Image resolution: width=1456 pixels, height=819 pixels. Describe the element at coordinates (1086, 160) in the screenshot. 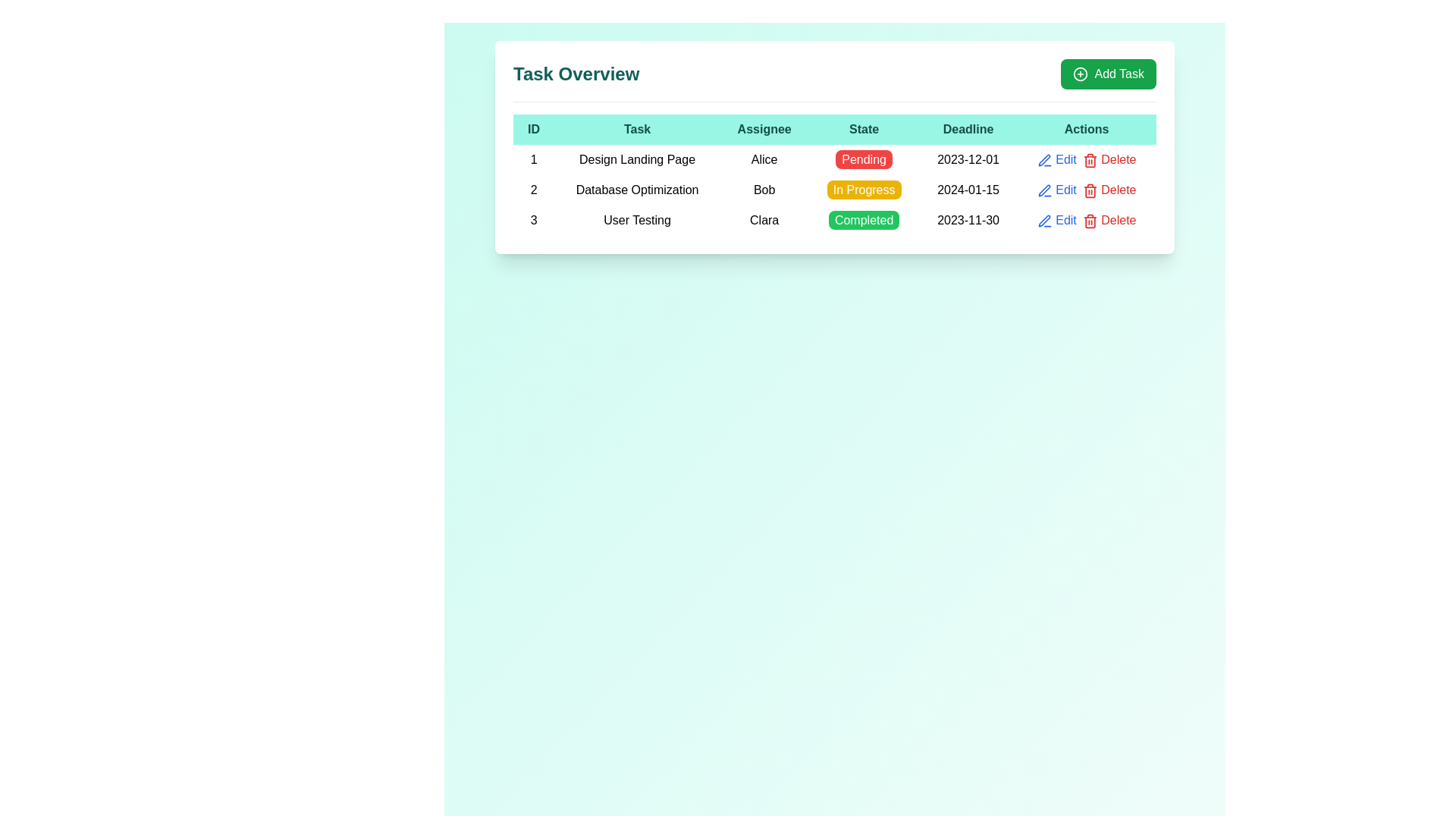

I see `the interactive text links with icons in the 'Actions' column of the first row of the table` at that location.